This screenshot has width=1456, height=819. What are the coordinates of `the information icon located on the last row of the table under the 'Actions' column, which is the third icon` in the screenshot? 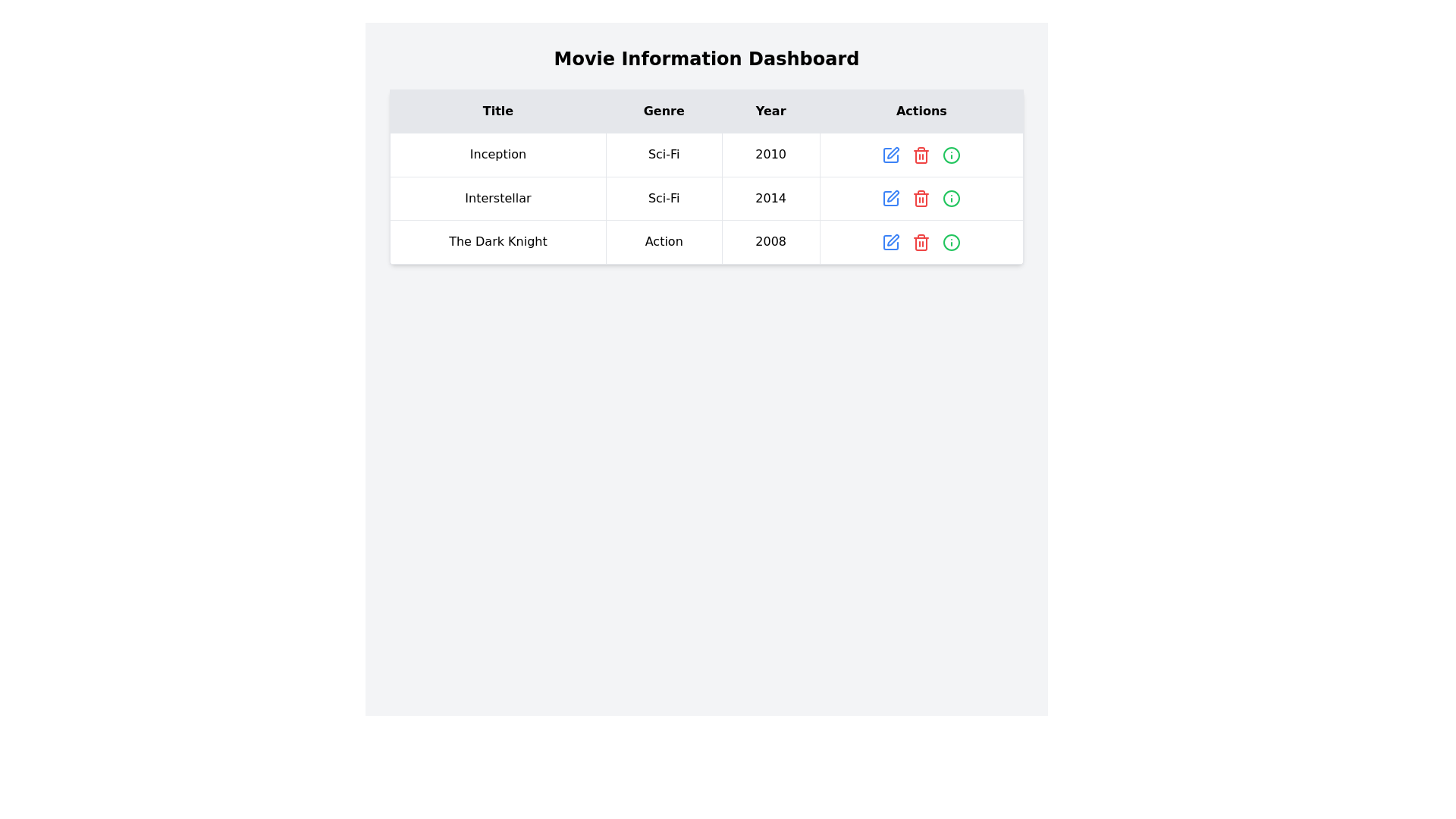 It's located at (951, 155).